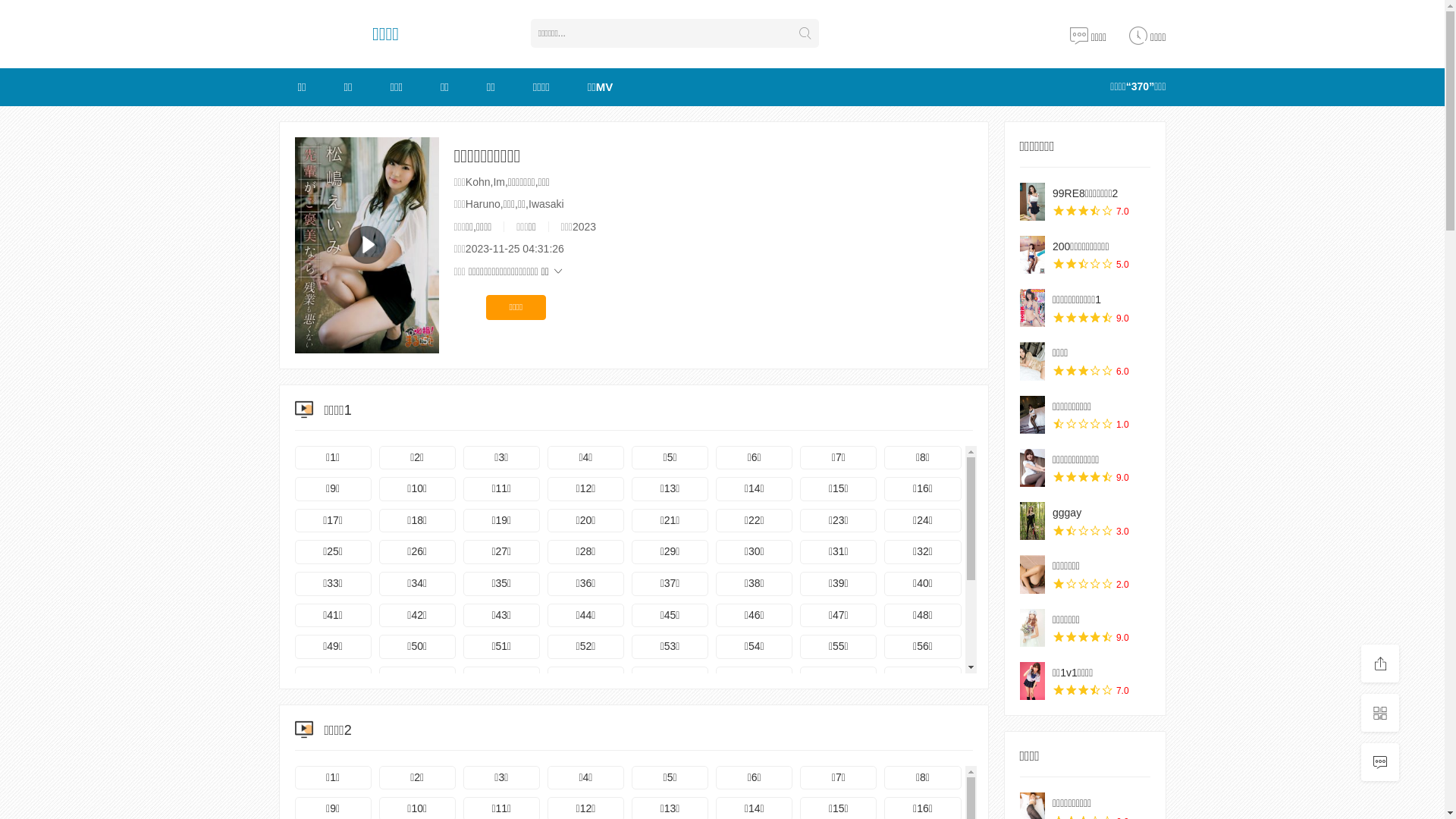 The height and width of the screenshot is (819, 1456). I want to click on 'gggay', so click(1051, 512).